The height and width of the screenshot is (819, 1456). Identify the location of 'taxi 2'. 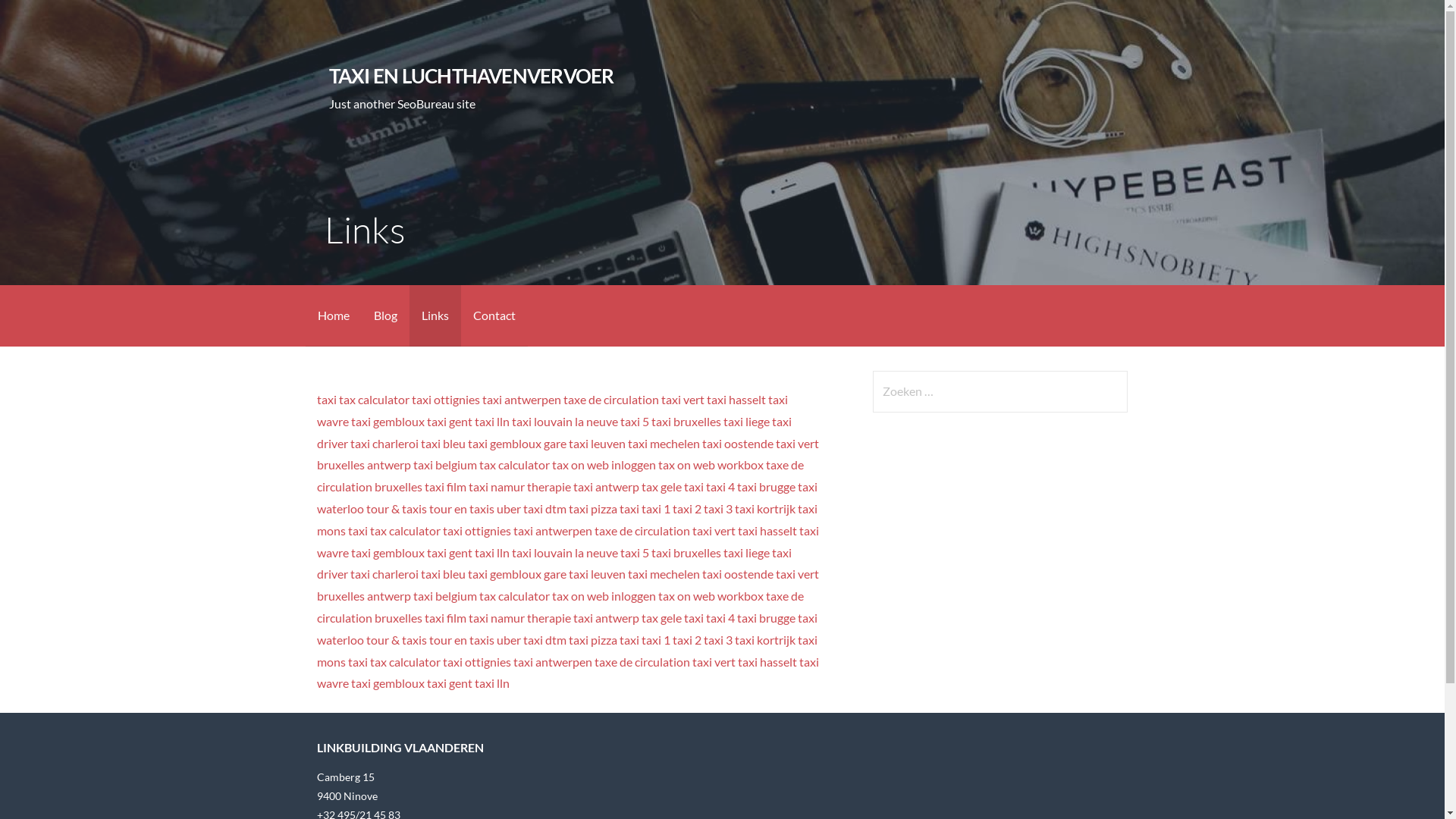
(686, 508).